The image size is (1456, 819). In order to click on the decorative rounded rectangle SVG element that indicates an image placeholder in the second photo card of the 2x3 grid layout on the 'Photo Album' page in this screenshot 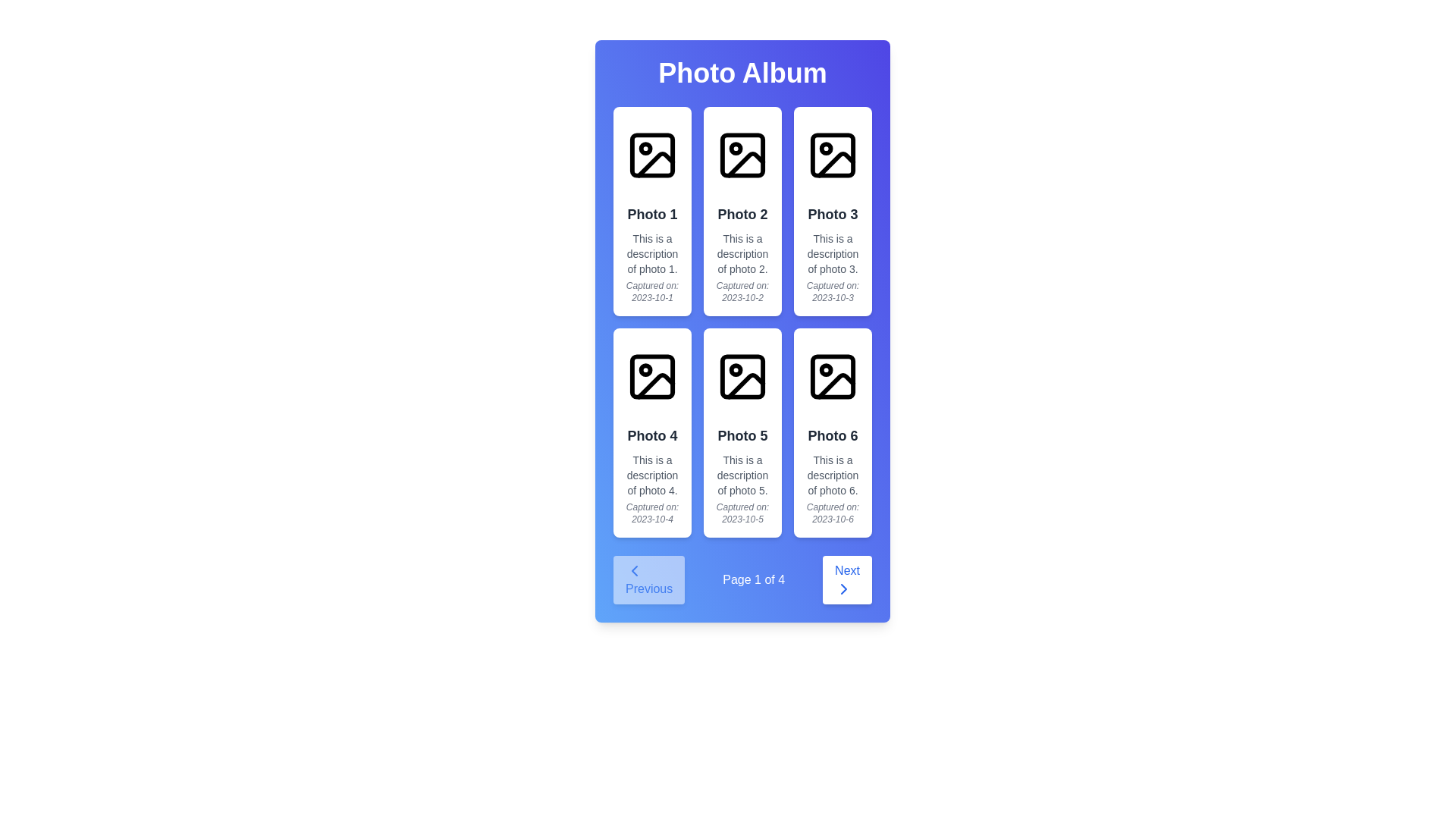, I will do `click(742, 155)`.